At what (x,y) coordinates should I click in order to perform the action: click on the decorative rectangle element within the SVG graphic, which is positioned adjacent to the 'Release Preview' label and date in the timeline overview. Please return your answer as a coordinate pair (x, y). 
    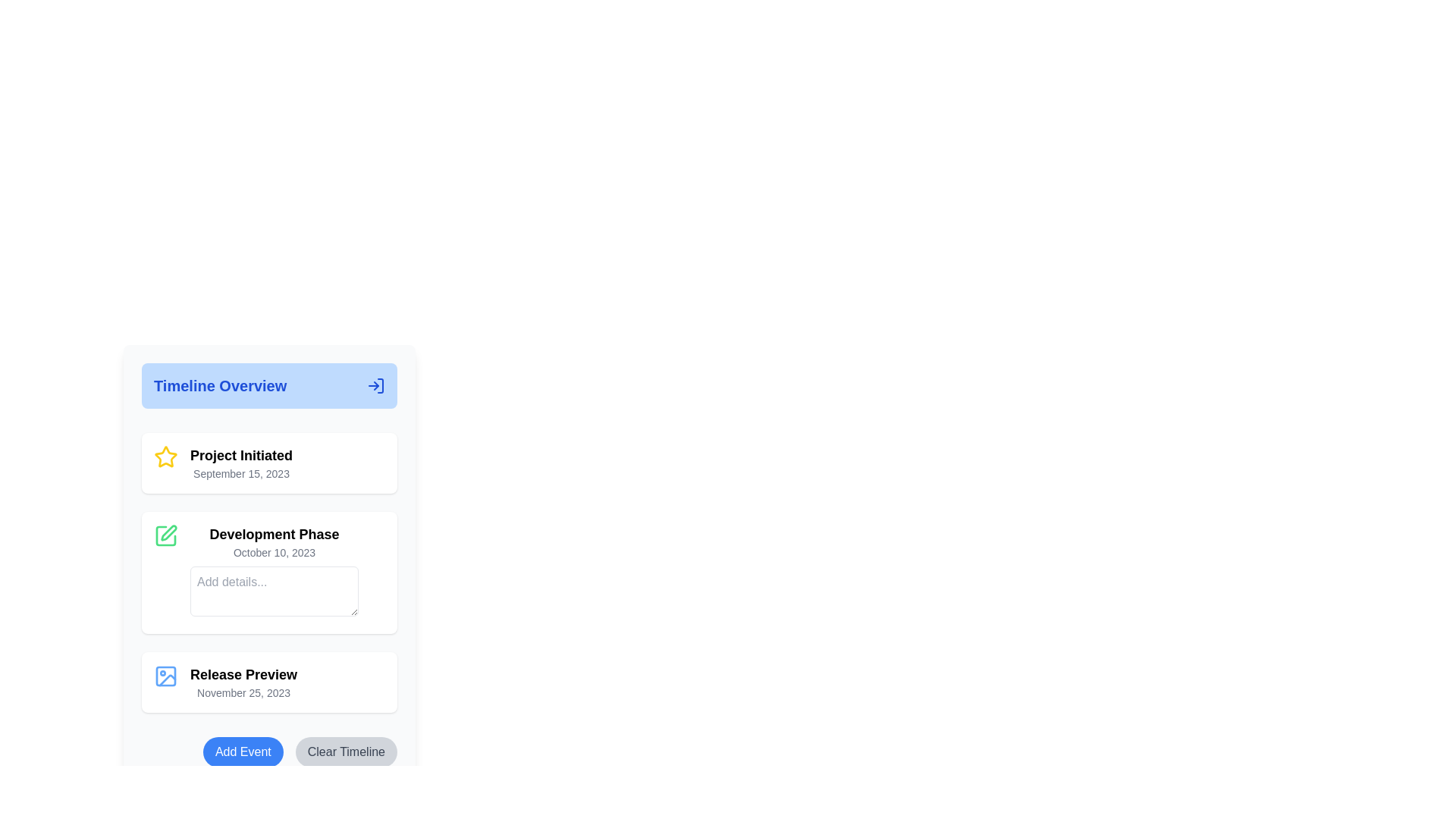
    Looking at the image, I should click on (166, 675).